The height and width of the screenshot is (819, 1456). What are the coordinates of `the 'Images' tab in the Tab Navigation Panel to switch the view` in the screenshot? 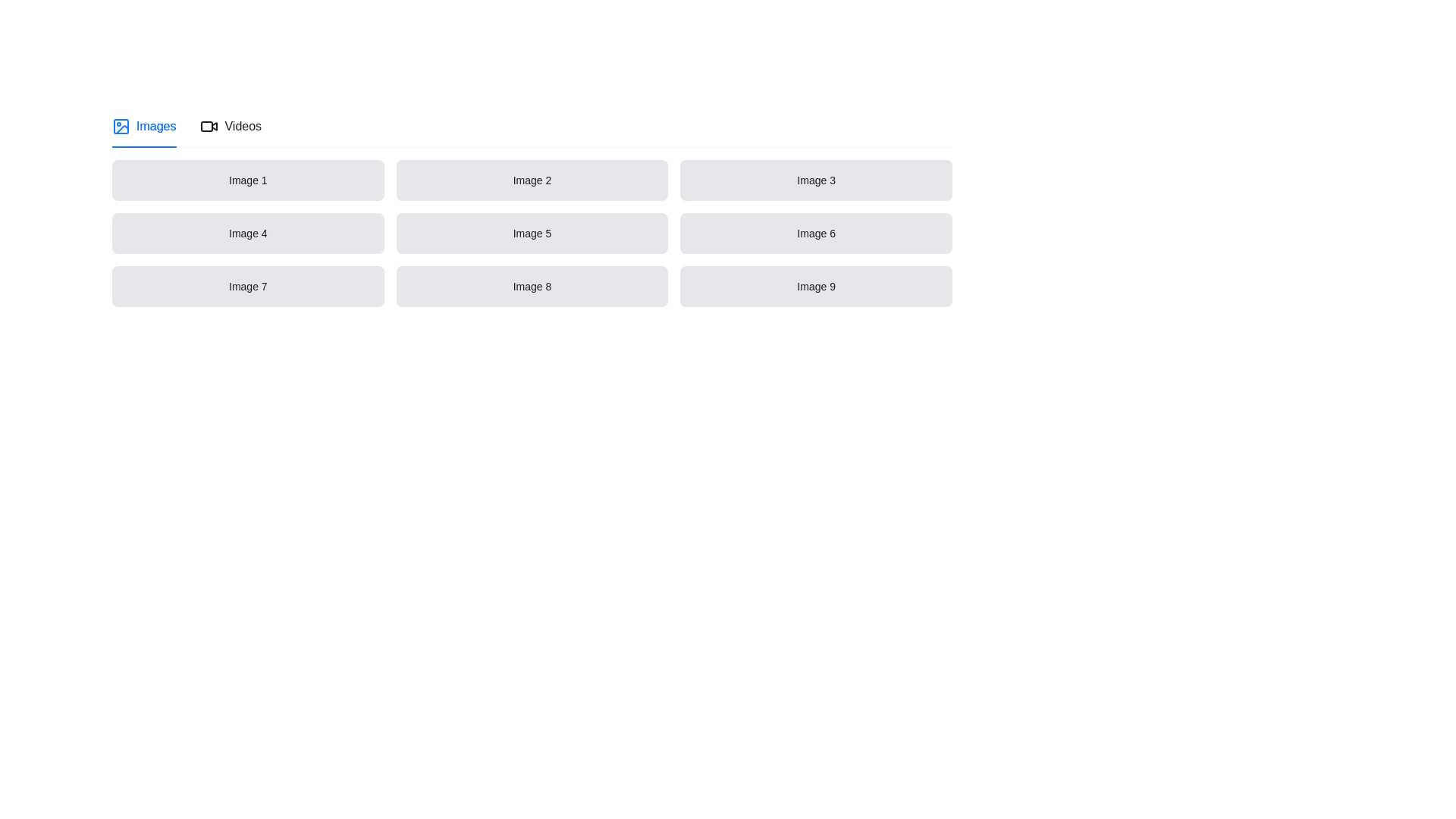 It's located at (532, 124).